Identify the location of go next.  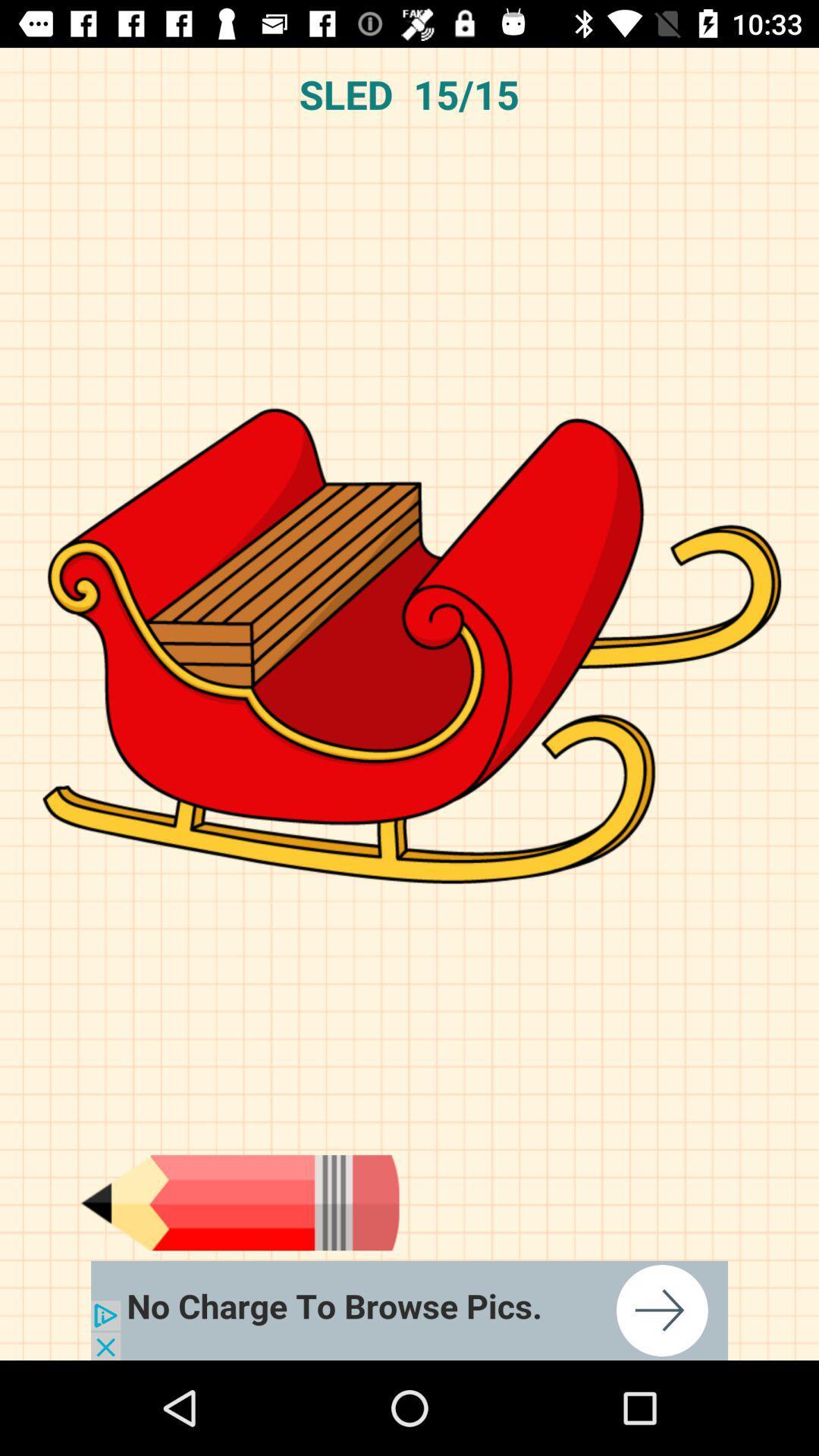
(239, 1202).